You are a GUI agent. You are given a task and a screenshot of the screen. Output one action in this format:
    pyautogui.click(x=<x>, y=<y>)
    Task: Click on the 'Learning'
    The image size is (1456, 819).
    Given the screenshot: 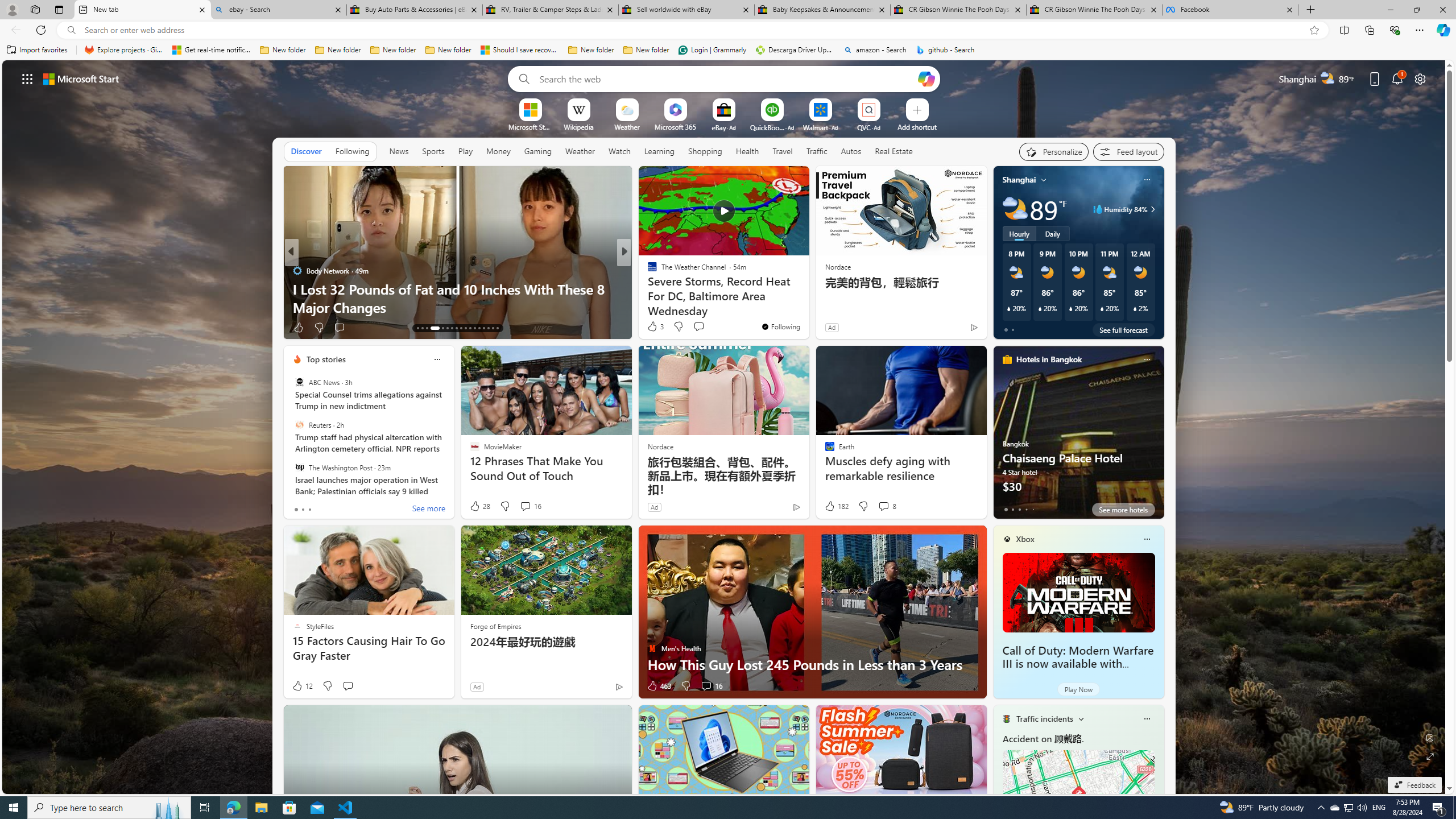 What is the action you would take?
    pyautogui.click(x=659, y=151)
    